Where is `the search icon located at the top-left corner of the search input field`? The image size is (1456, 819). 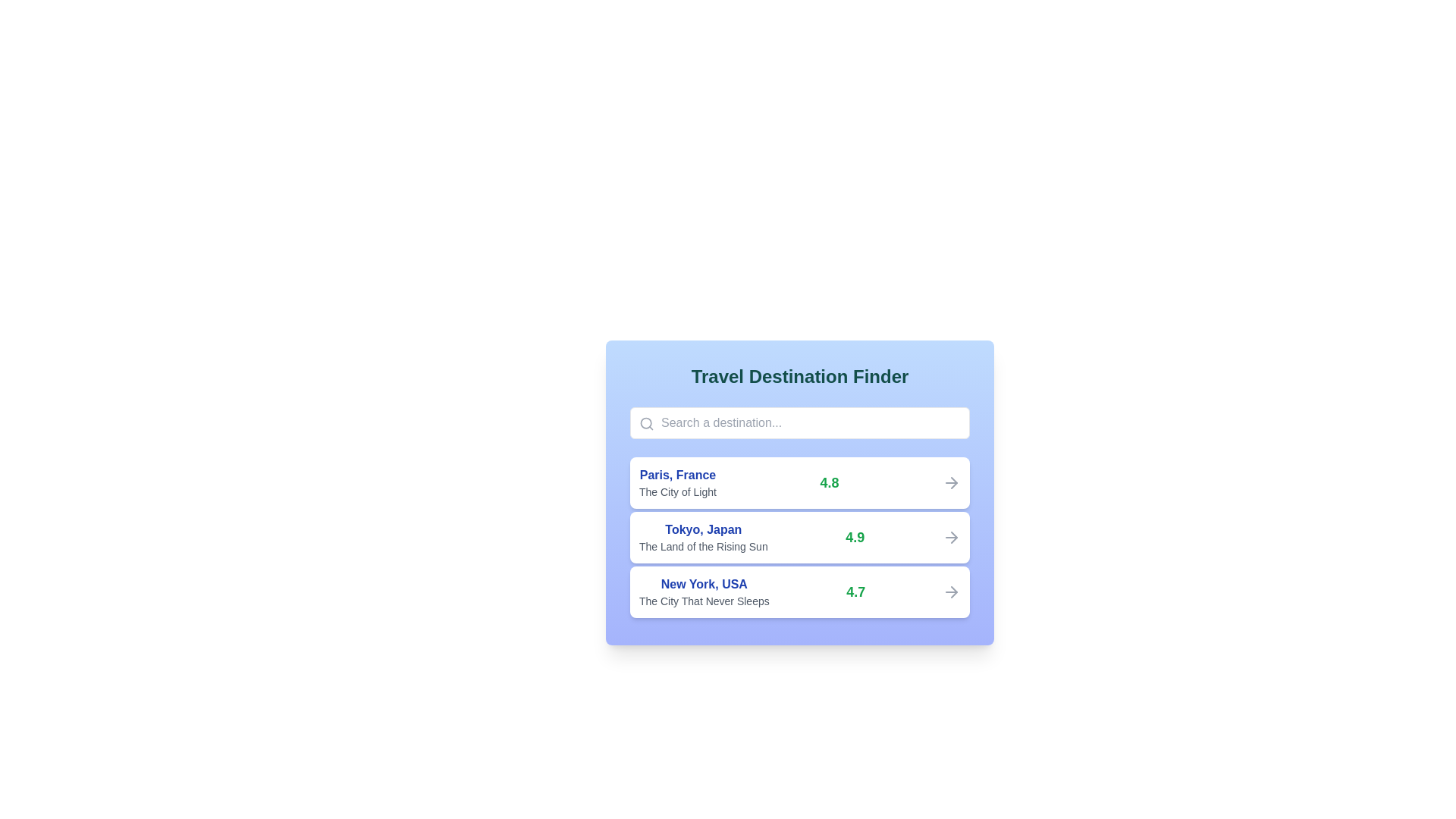 the search icon located at the top-left corner of the search input field is located at coordinates (647, 424).